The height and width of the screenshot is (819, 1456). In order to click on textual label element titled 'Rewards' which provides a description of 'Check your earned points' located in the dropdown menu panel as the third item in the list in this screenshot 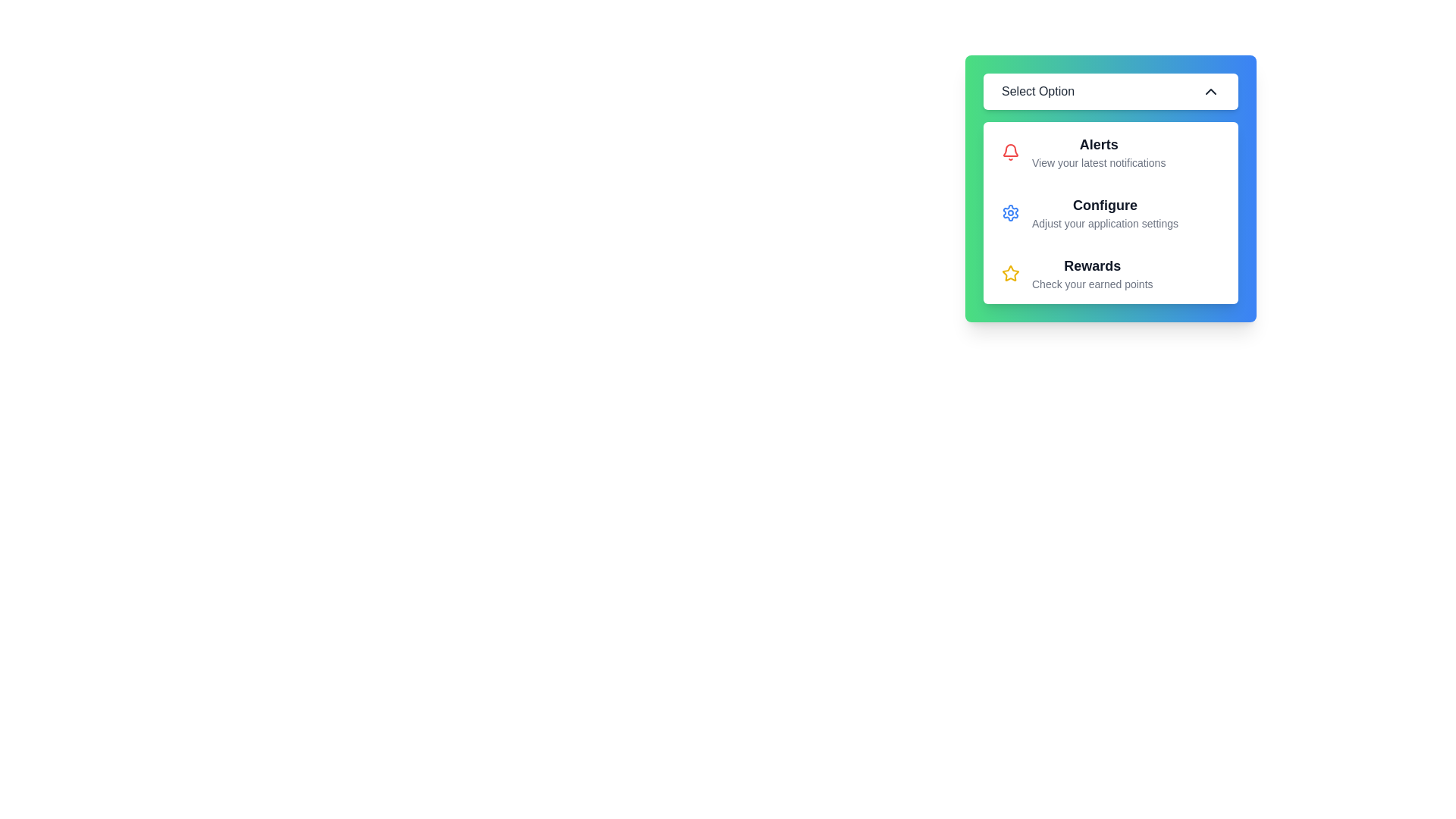, I will do `click(1092, 274)`.